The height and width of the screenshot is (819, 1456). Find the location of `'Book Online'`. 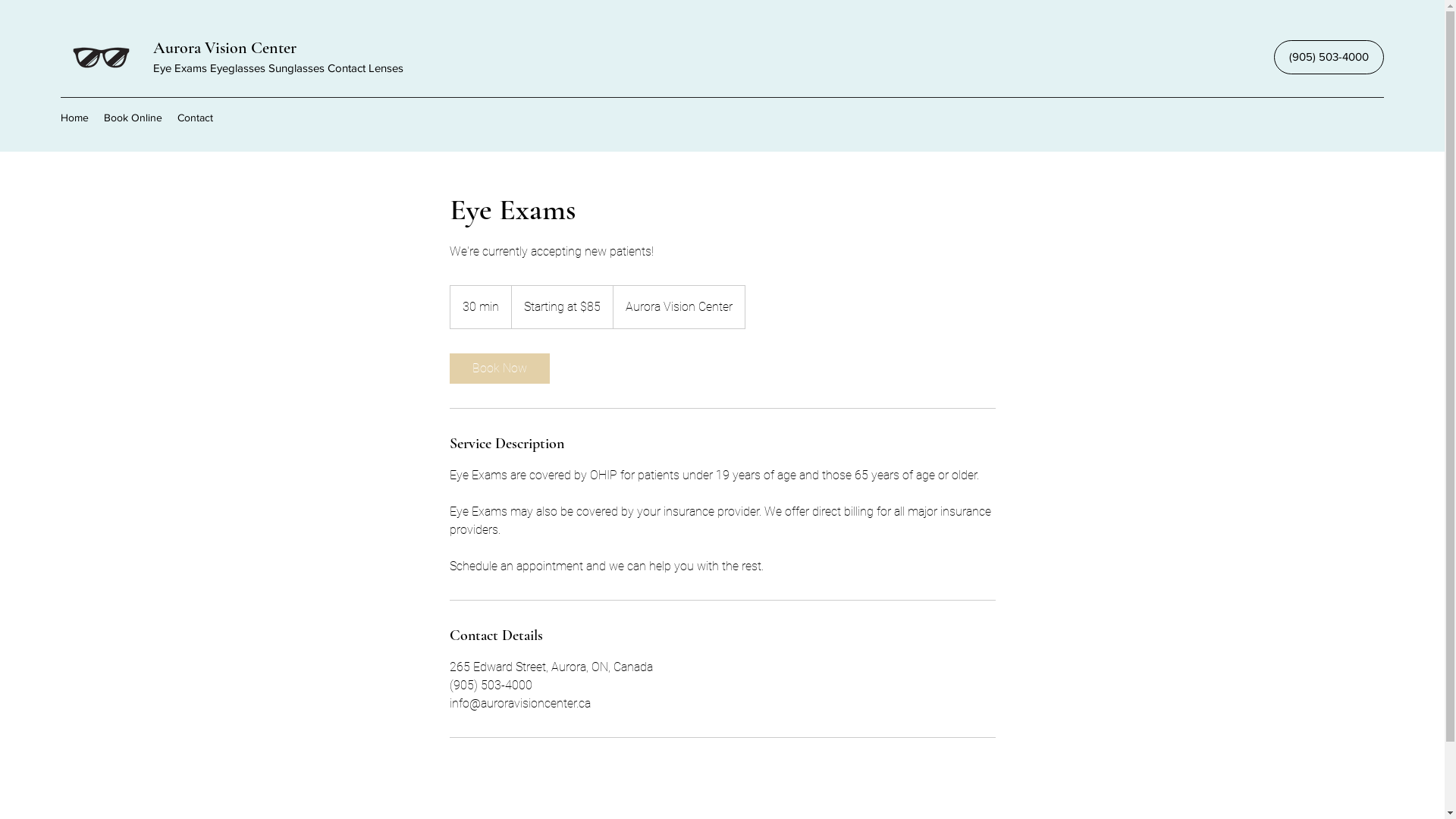

'Book Online' is located at coordinates (133, 116).